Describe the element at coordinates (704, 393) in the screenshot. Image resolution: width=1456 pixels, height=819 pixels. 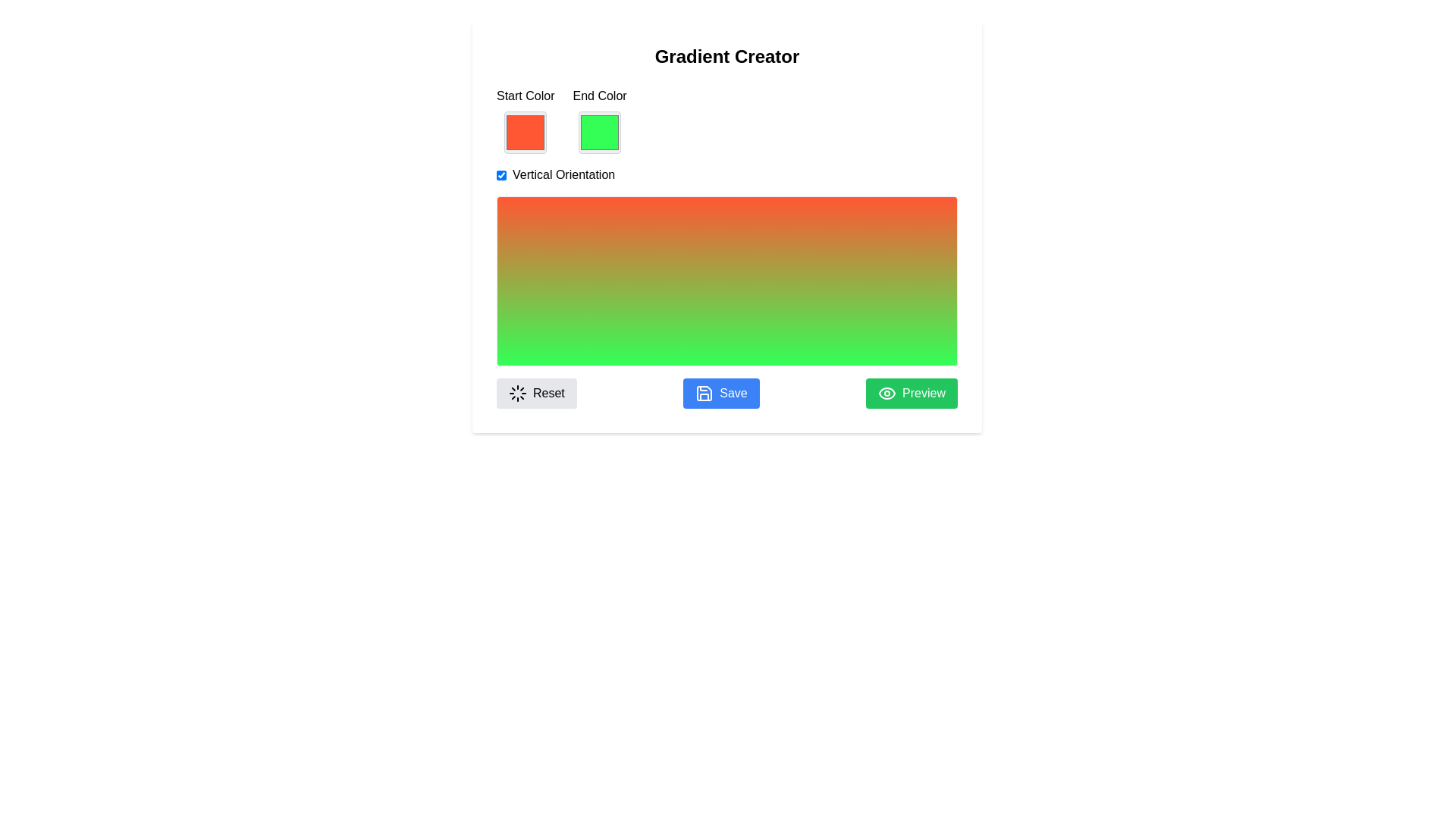
I see `the 'Save' button icon, which represents the action of saving data or a project, located at the bottom central part of the interface` at that location.